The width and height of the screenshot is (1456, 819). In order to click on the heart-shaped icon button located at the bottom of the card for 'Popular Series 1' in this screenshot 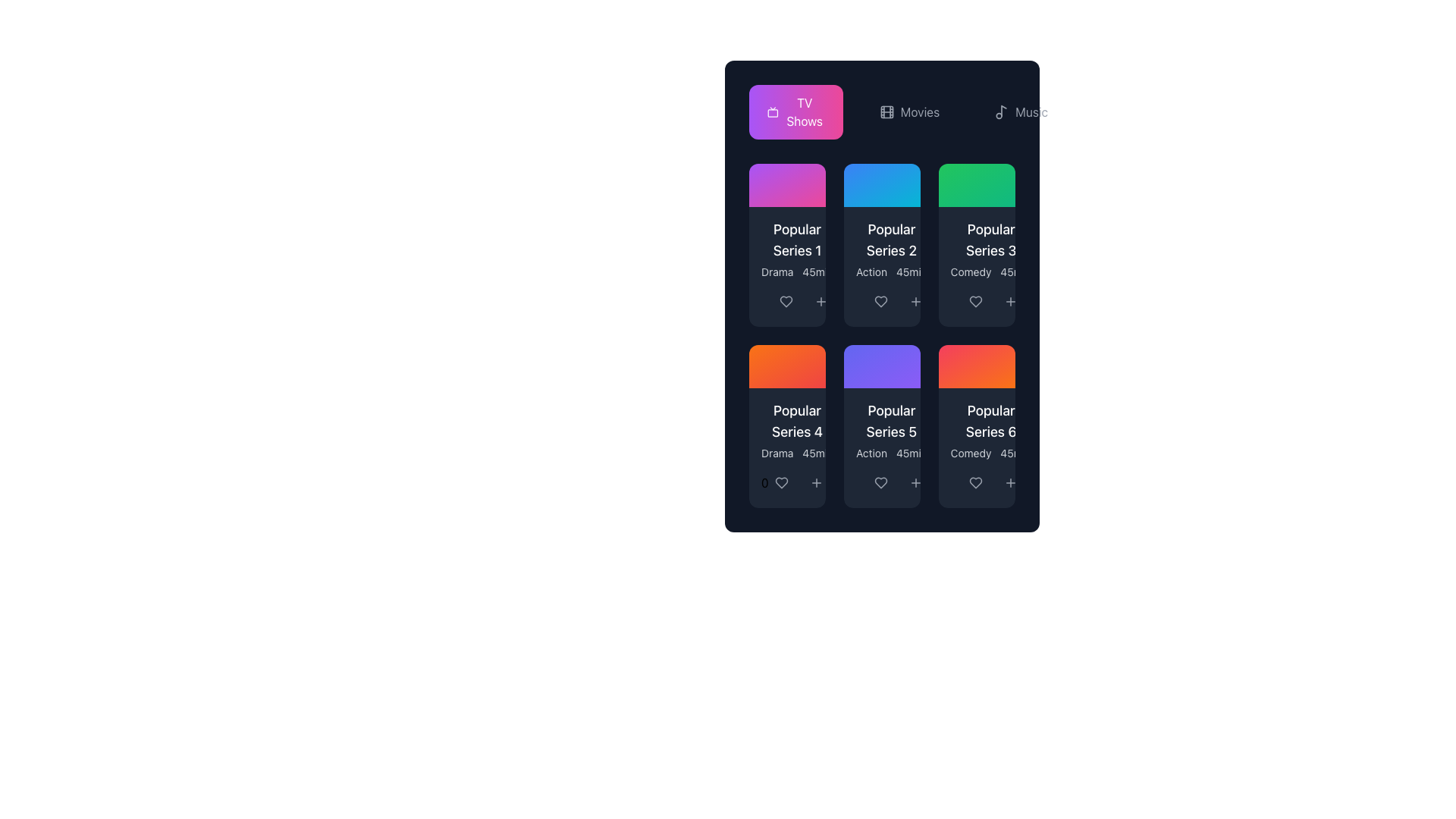, I will do `click(786, 301)`.